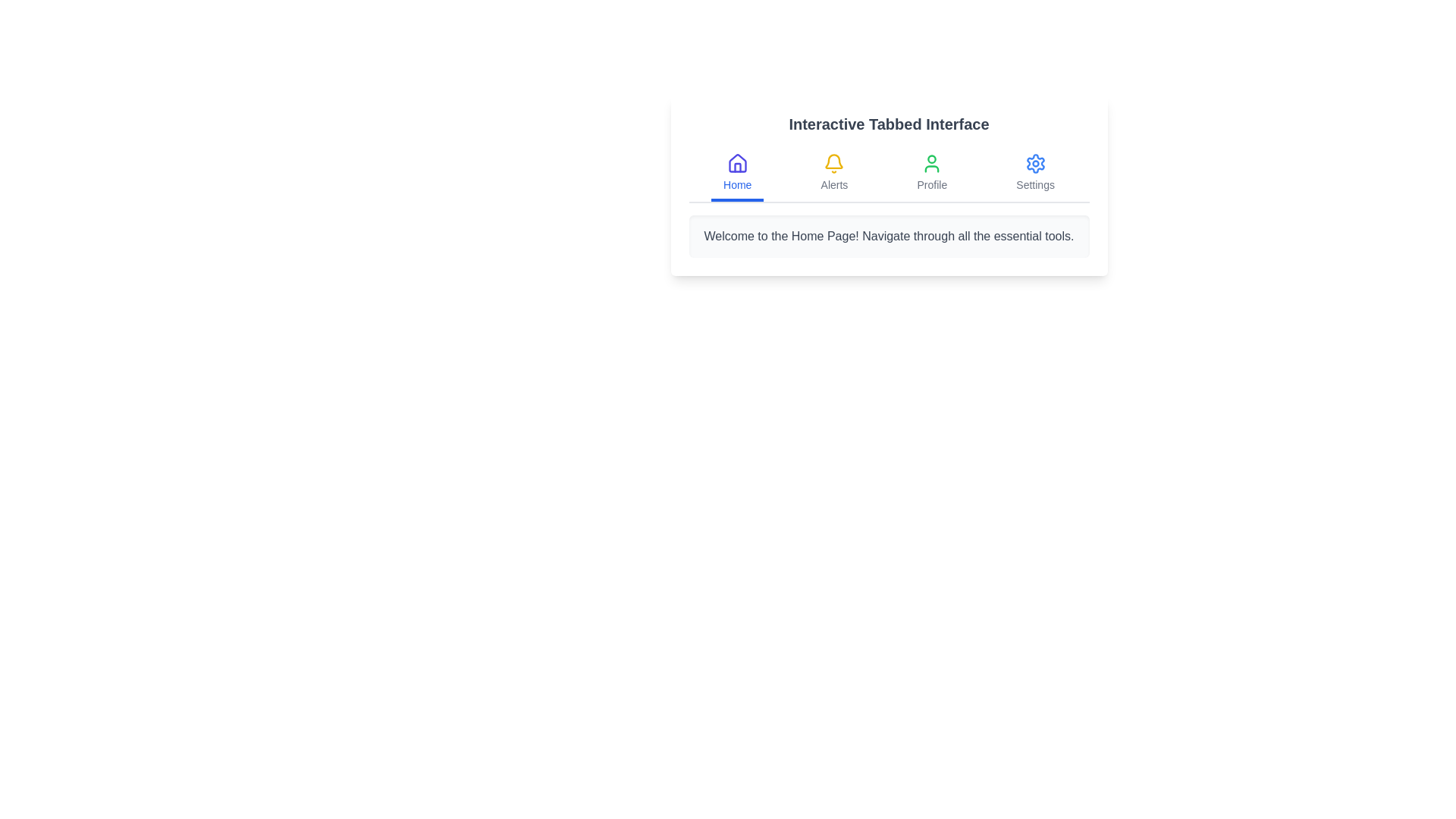 The width and height of the screenshot is (1456, 819). What do you see at coordinates (931, 174) in the screenshot?
I see `the tab labeled Profile` at bounding box center [931, 174].